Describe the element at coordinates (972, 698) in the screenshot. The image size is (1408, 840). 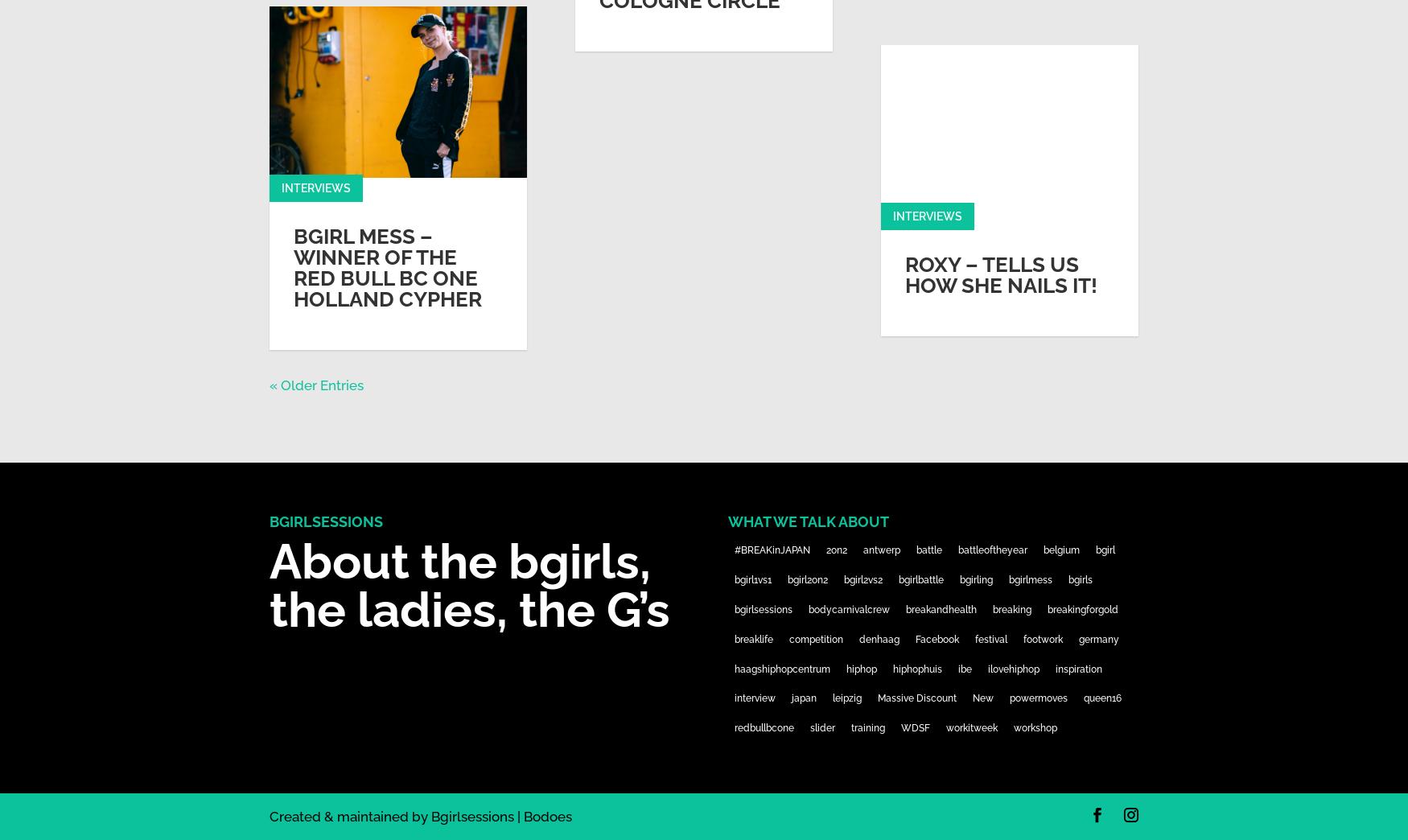
I see `'New'` at that location.